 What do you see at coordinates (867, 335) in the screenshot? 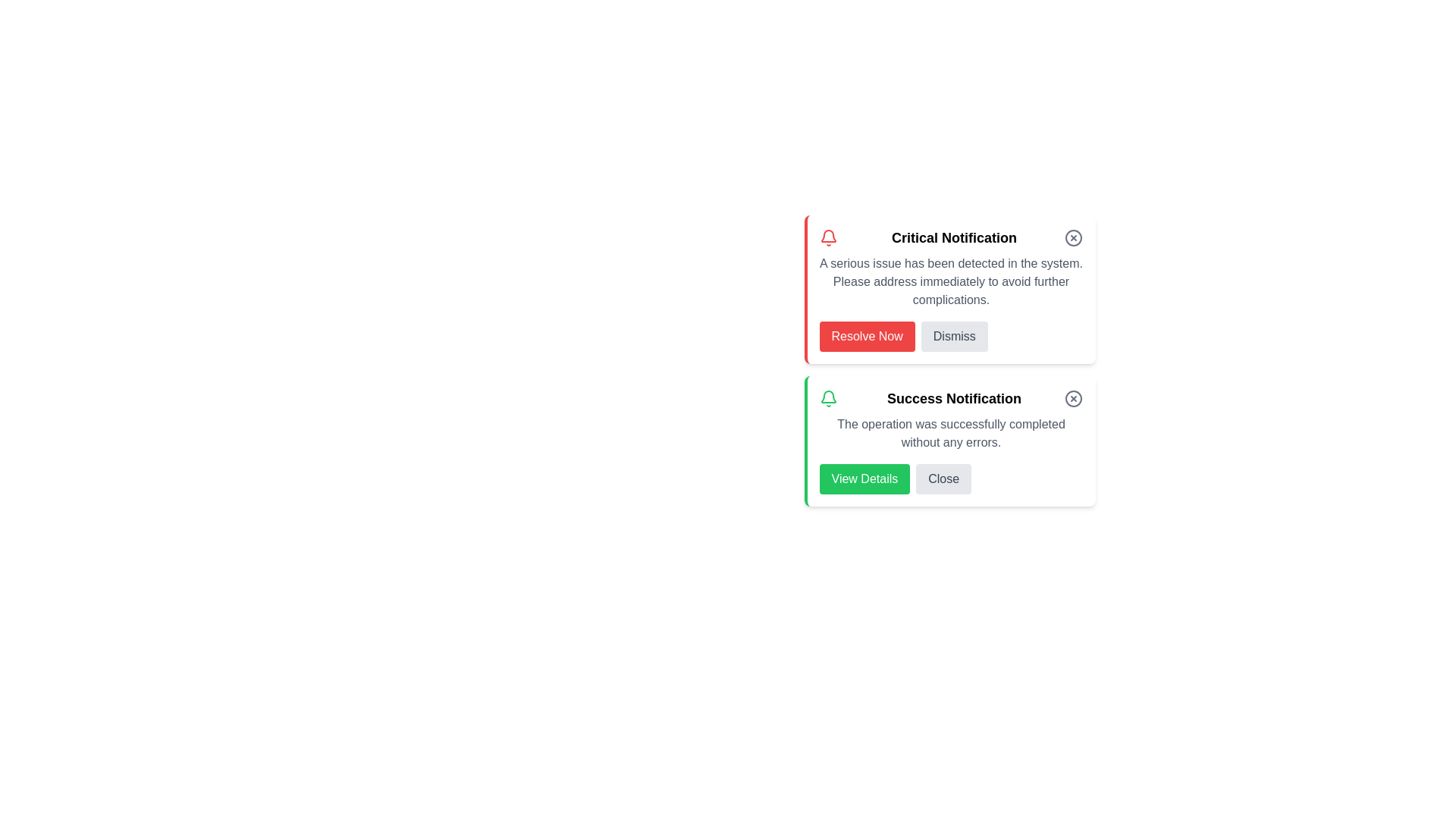
I see `the red rectangular button labeled 'Resolve Now'` at bounding box center [867, 335].